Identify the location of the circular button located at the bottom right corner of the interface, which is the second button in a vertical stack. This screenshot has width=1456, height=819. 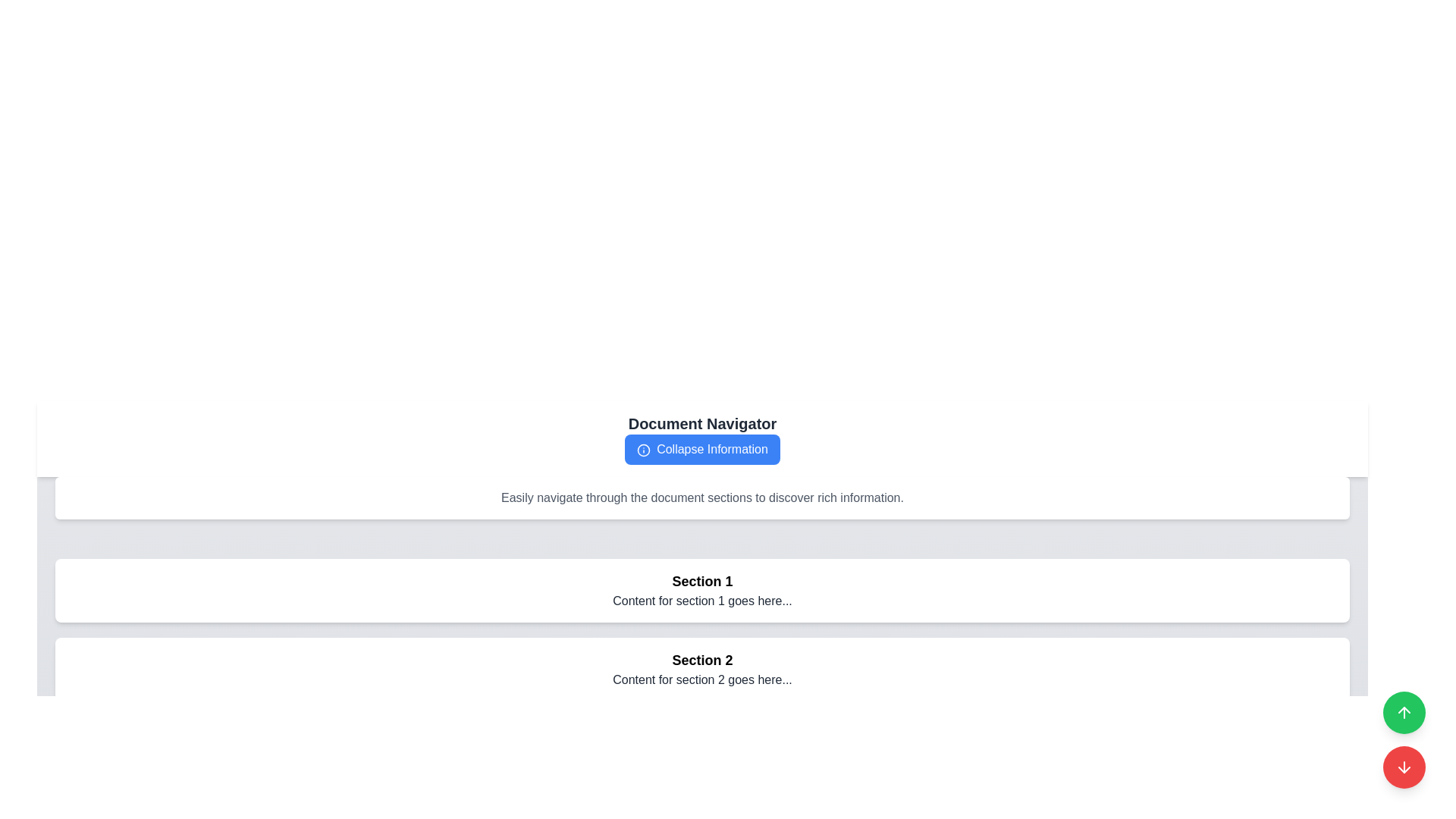
(1404, 767).